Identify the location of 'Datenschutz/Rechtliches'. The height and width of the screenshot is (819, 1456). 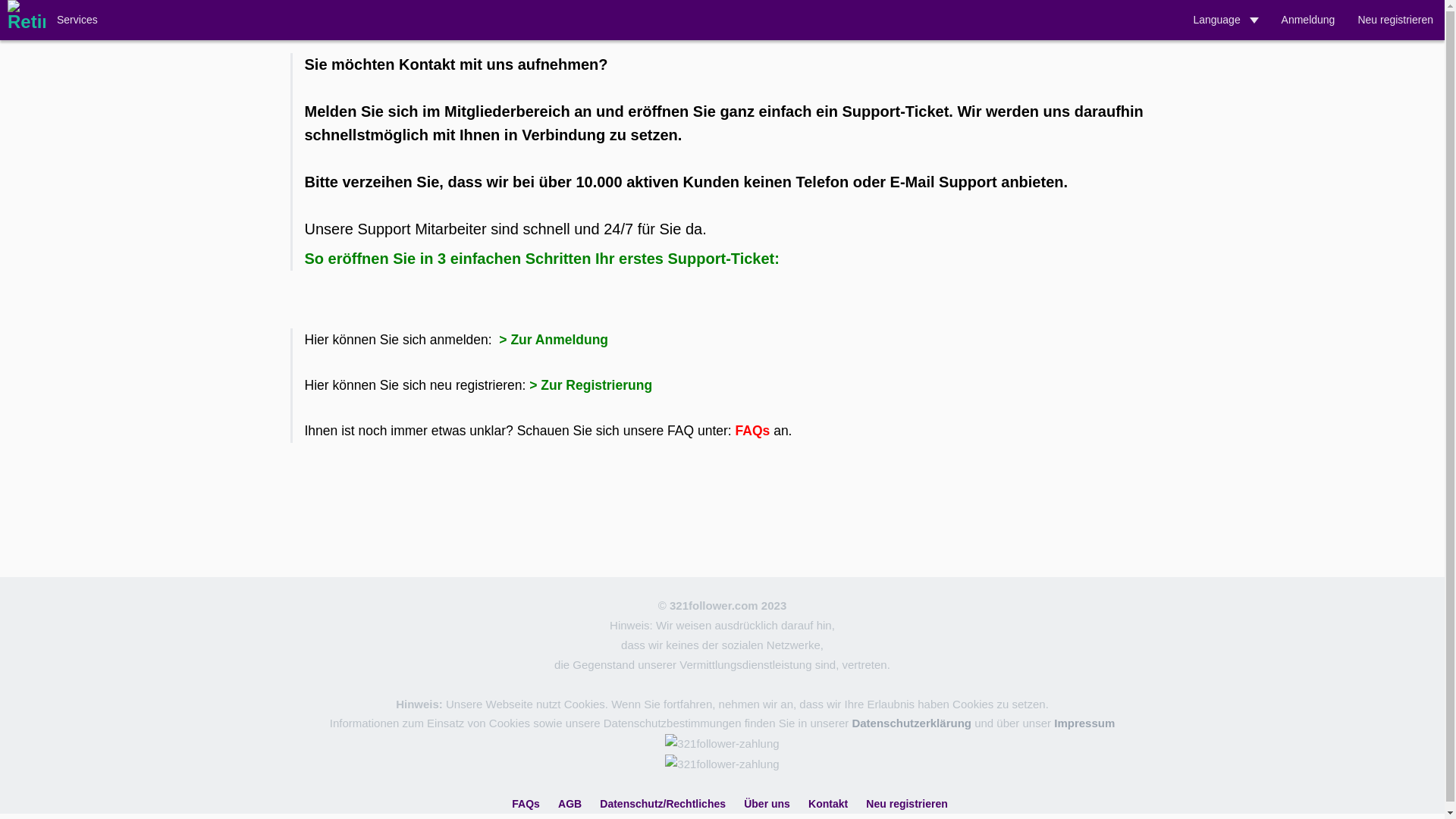
(662, 803).